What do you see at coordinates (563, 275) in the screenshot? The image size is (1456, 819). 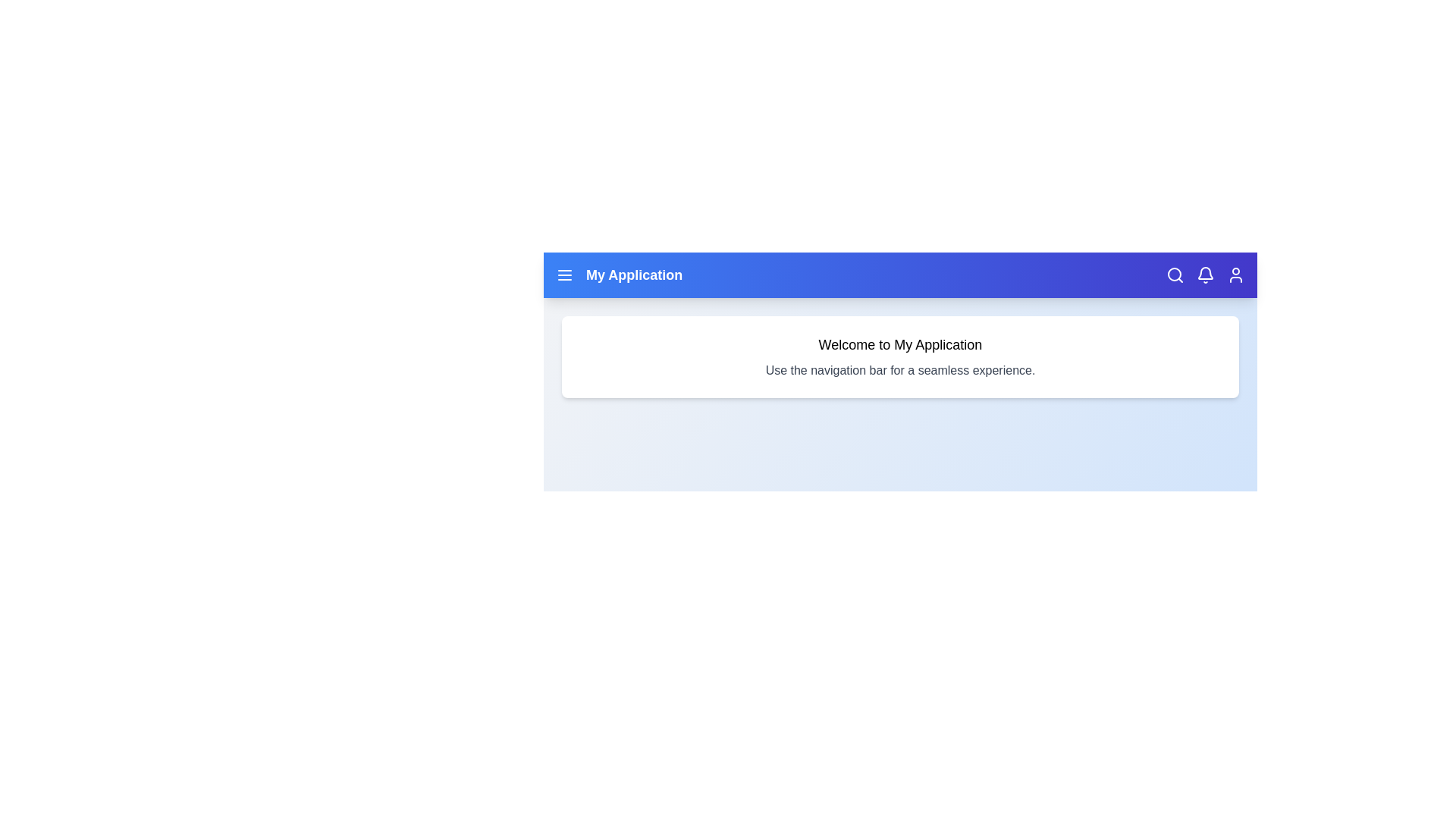 I see `the menu icon to toggle the navigation menu` at bounding box center [563, 275].